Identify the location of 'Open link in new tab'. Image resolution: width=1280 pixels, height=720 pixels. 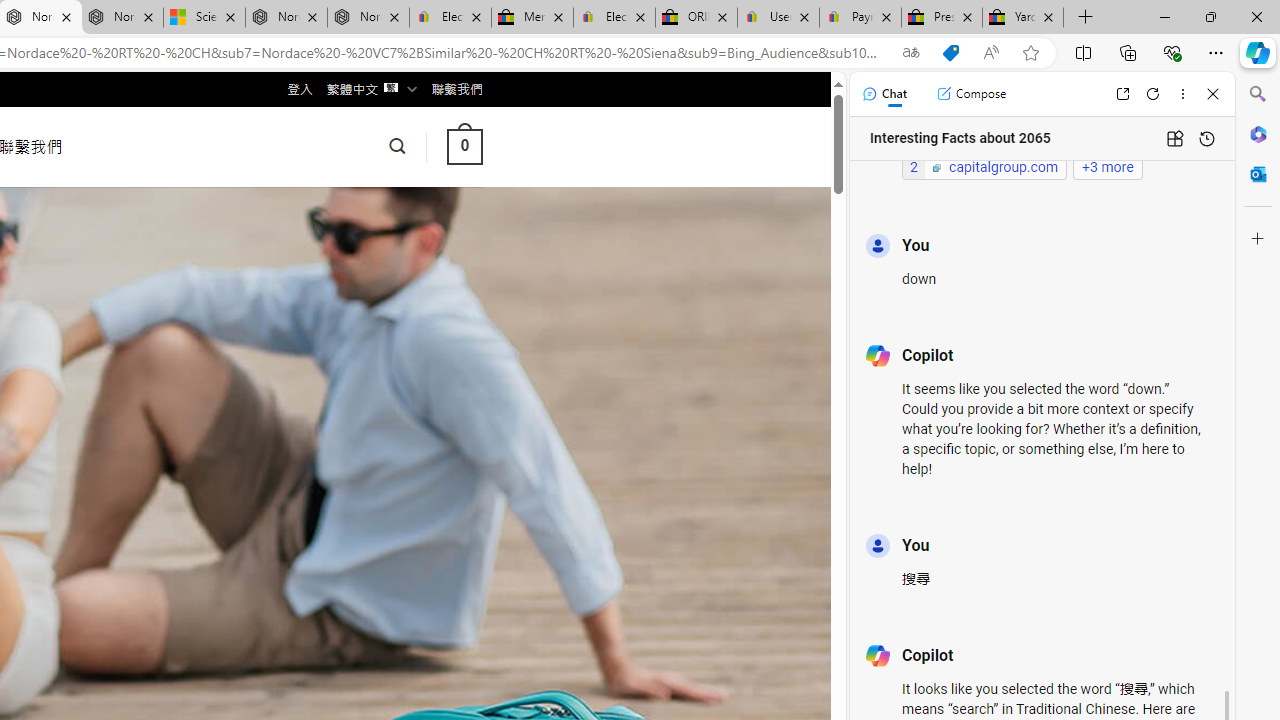
(1122, 93).